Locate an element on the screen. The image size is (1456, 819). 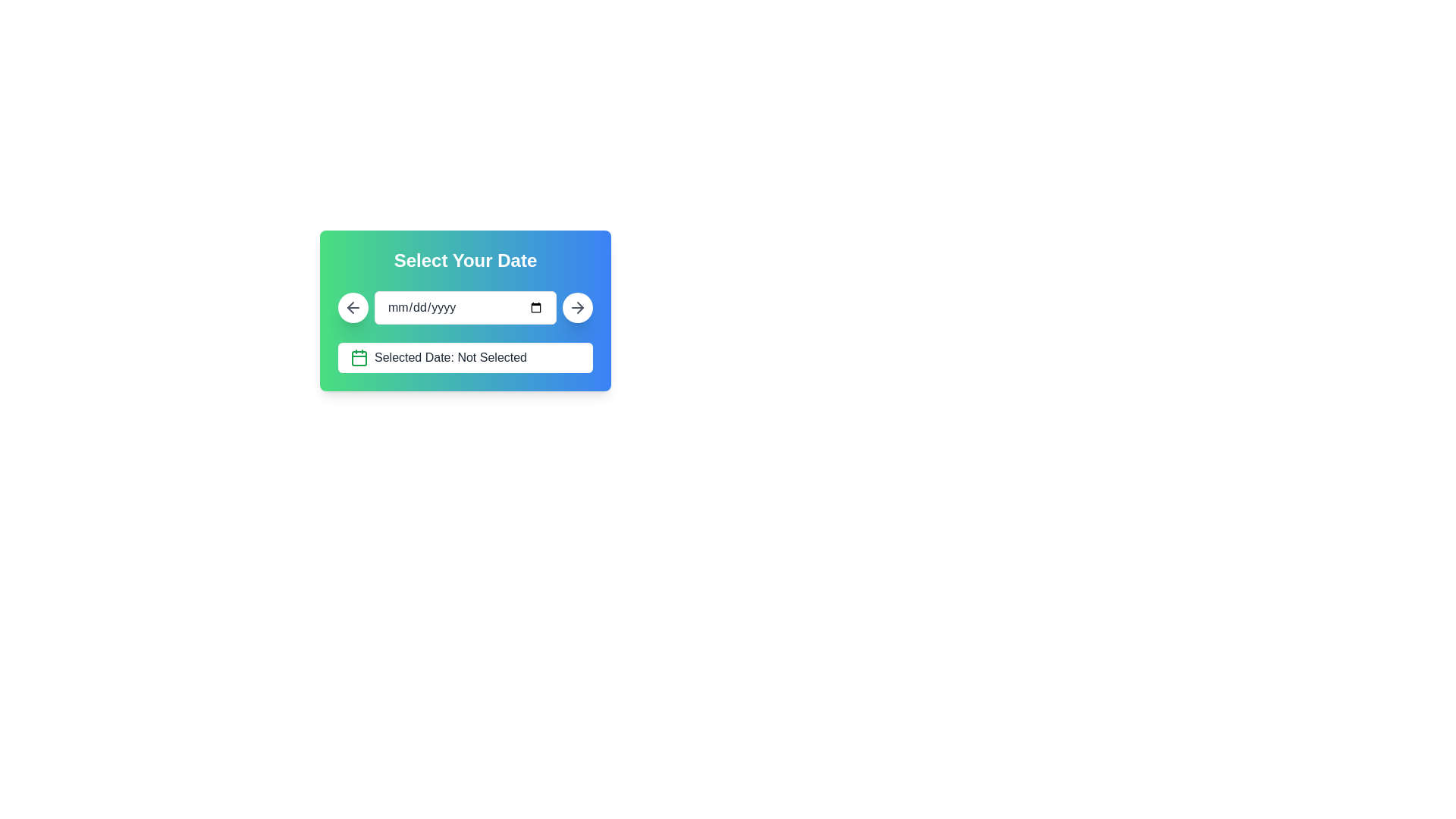
the arrow icon located in the top-right corner of the 'Select Your Date' card is located at coordinates (579, 307).